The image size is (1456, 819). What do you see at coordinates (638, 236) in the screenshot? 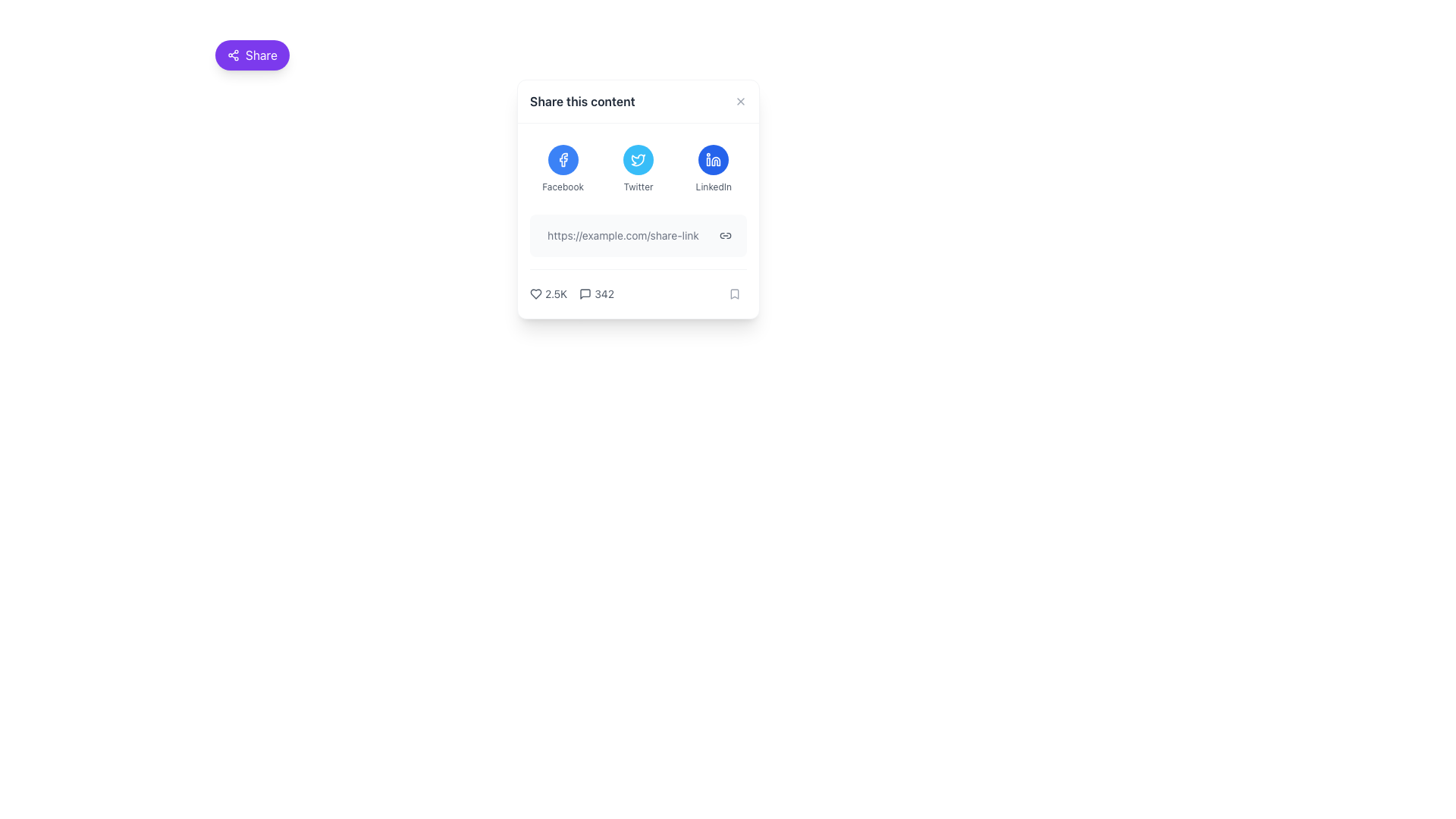
I see `the Copyable URL display with a link icon located centrally in the share modal` at bounding box center [638, 236].